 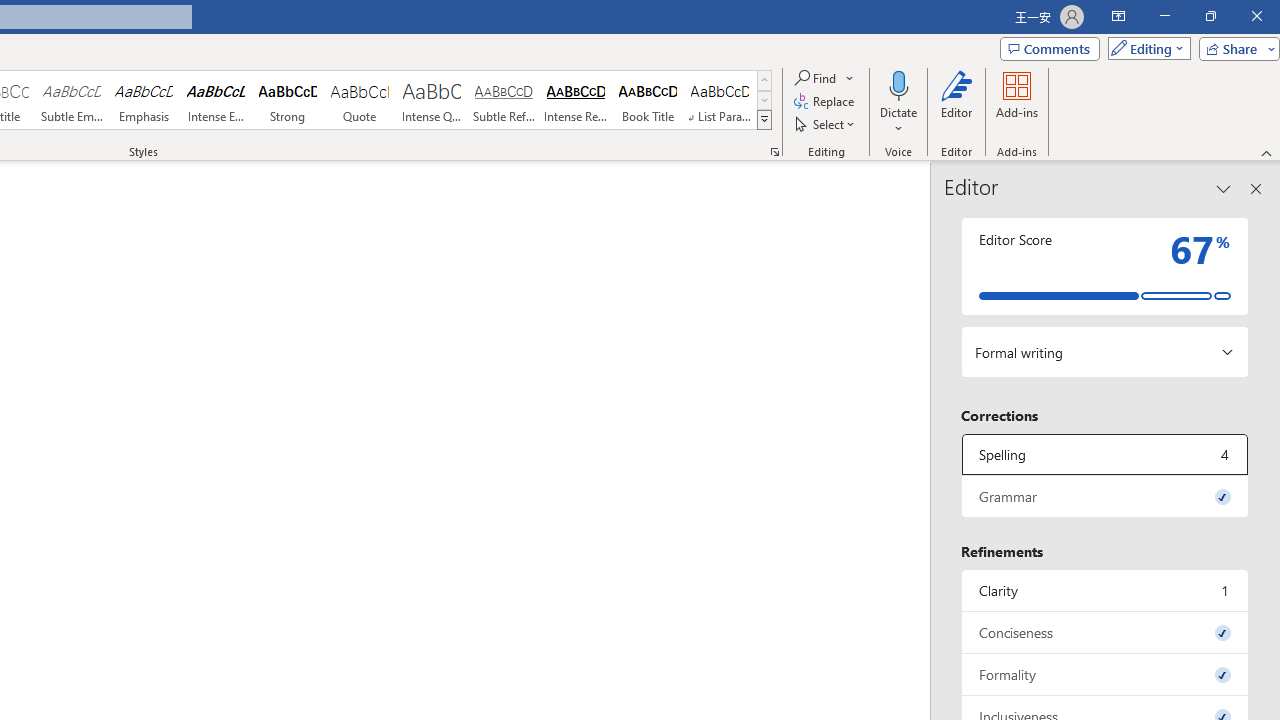 What do you see at coordinates (71, 100) in the screenshot?
I see `'Subtle Emphasis'` at bounding box center [71, 100].